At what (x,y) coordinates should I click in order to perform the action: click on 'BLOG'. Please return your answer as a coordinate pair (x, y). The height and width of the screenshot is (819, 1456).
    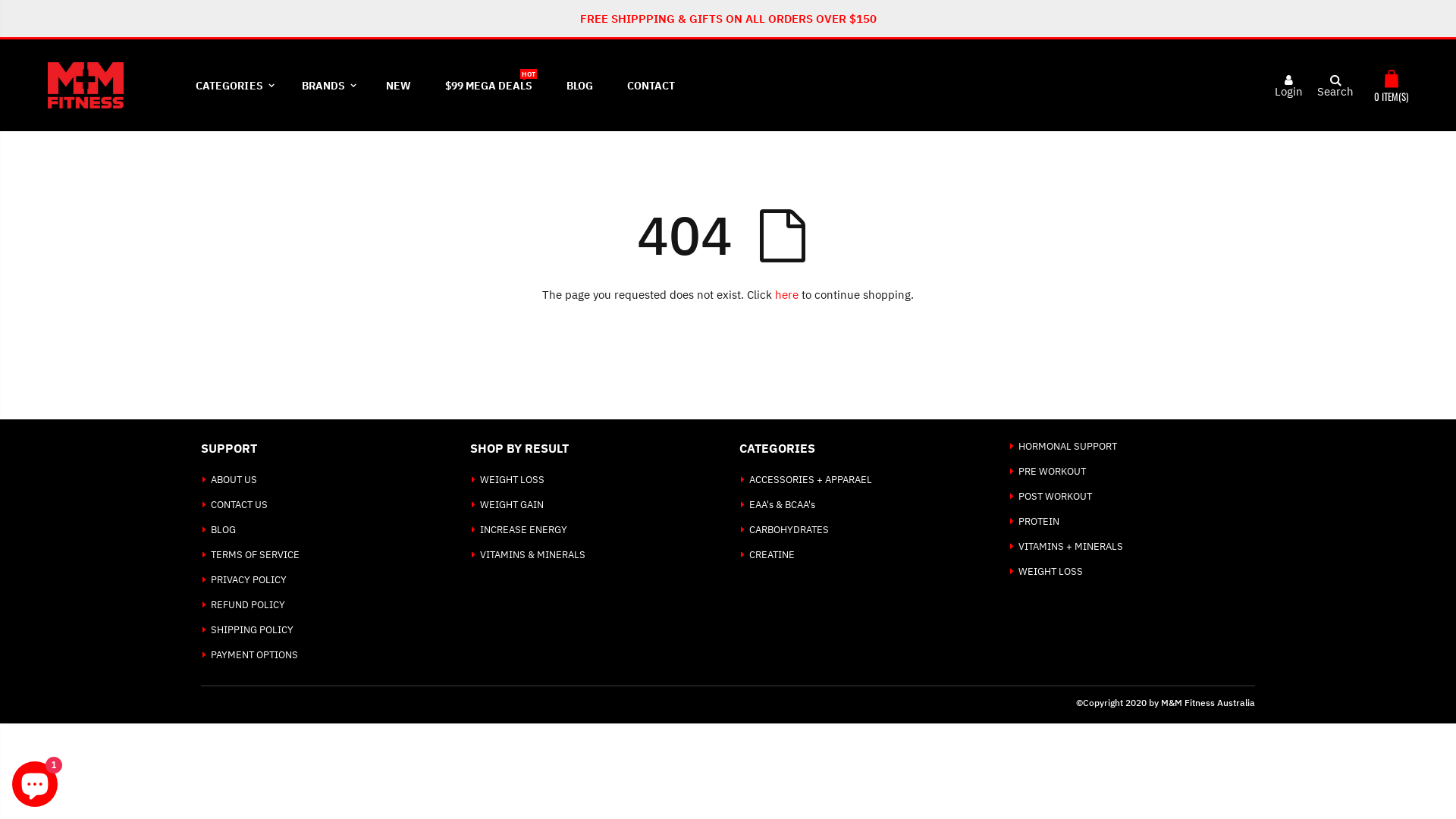
    Looking at the image, I should click on (222, 529).